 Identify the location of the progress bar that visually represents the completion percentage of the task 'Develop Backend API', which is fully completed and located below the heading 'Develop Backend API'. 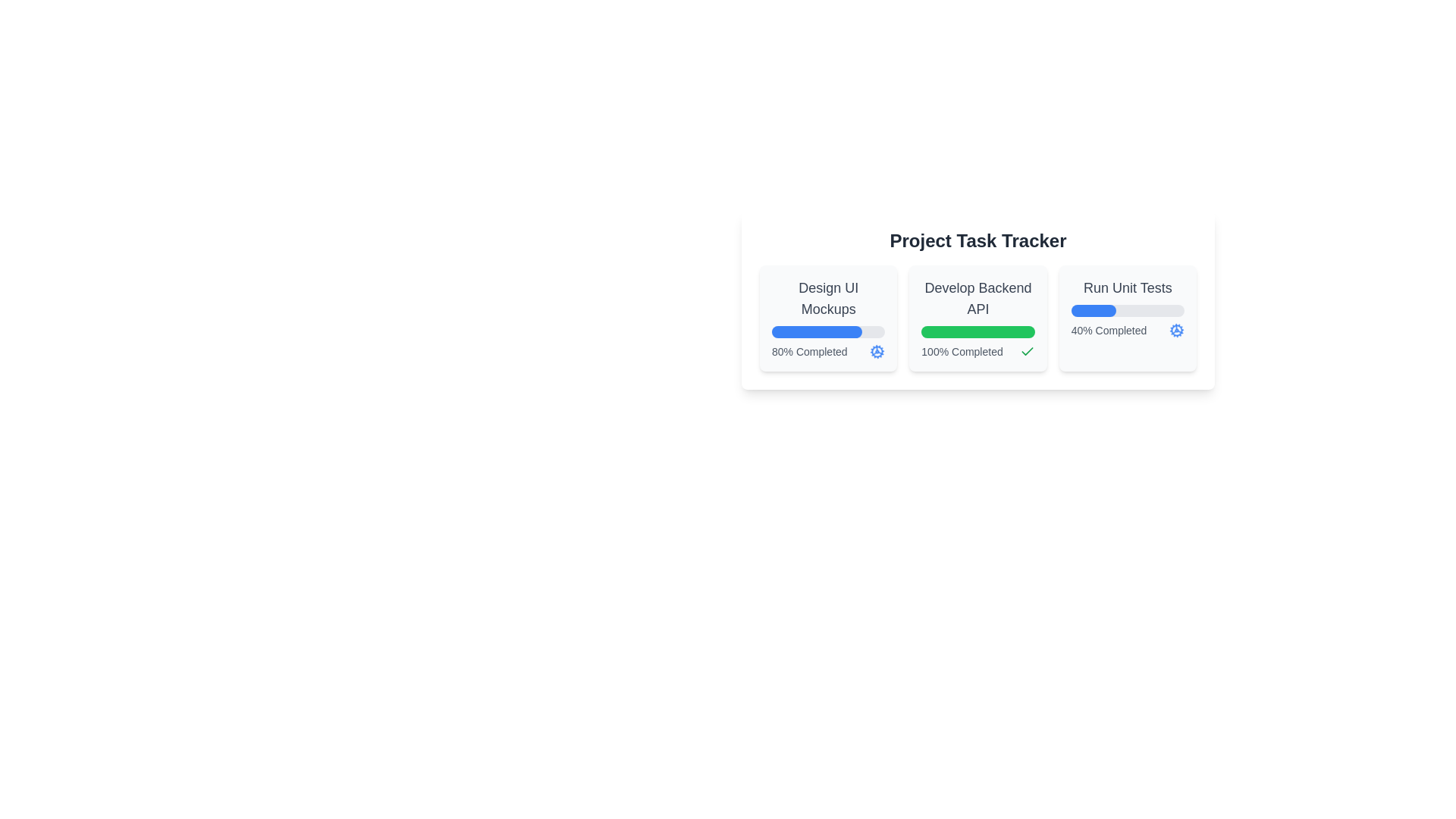
(978, 331).